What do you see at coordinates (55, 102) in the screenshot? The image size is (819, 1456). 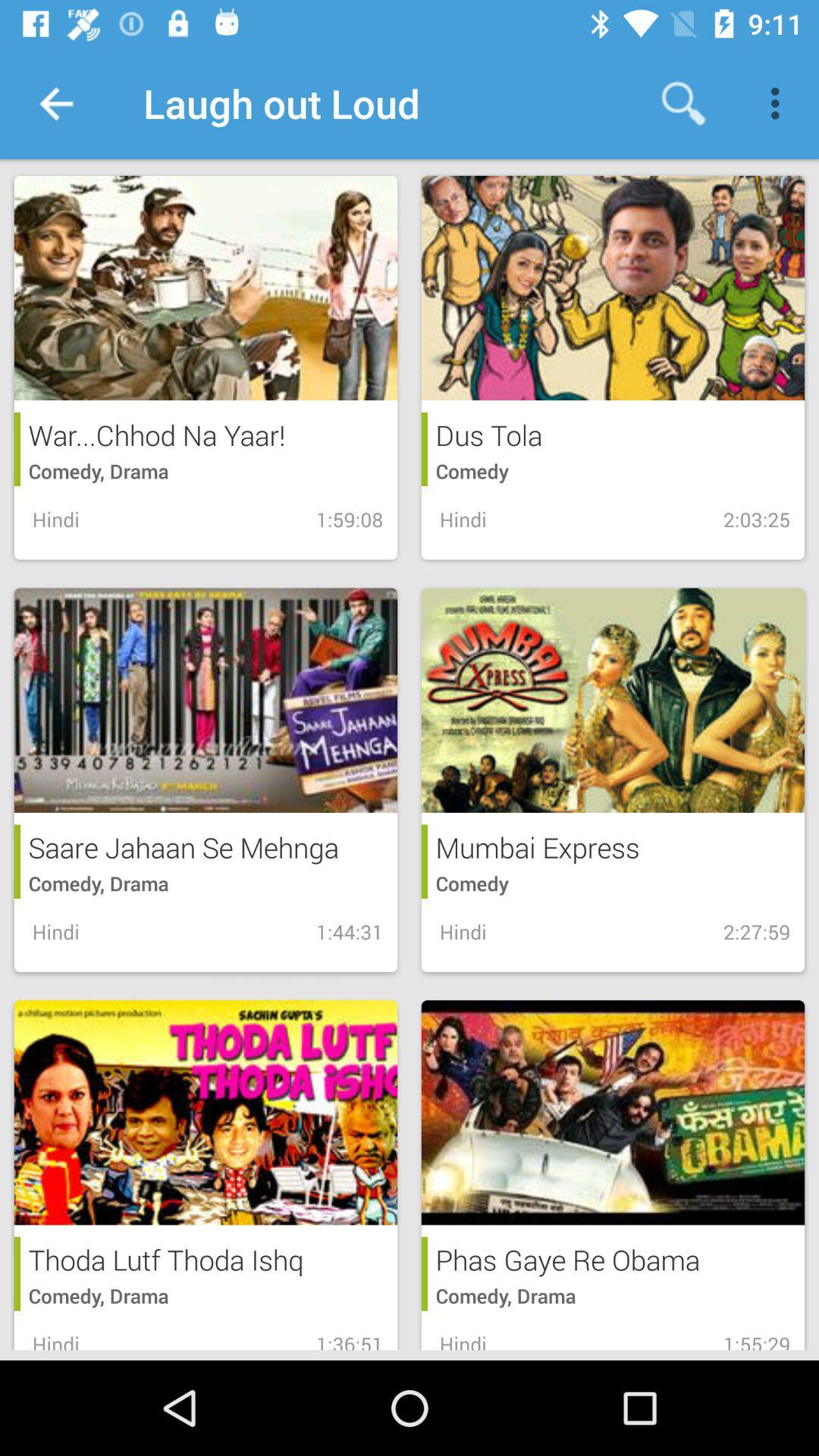 I see `the icon to the left of laugh out loud` at bounding box center [55, 102].